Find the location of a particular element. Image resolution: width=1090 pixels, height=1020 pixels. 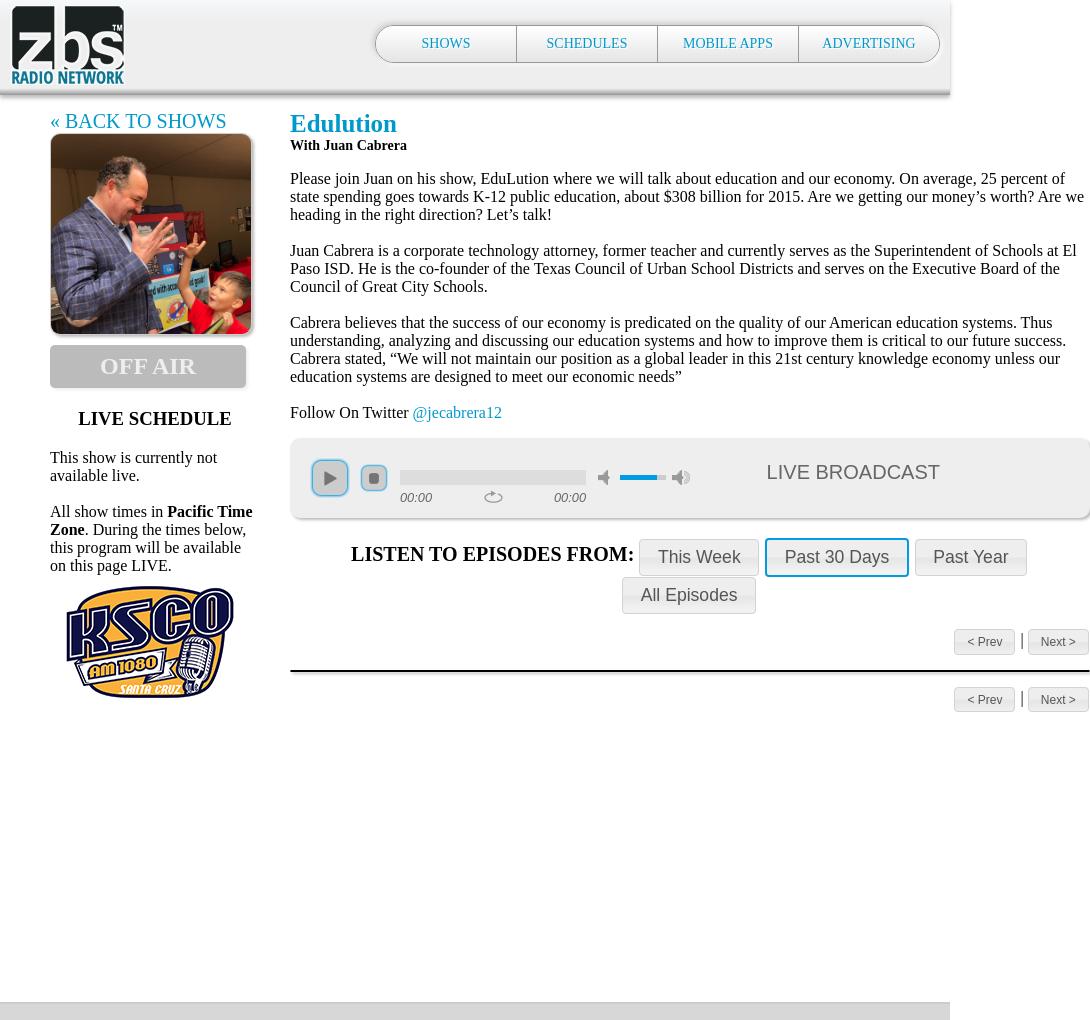

'Cabrera believes that the success of our economy is predicated on the quality of our American education systems. Thus understanding, analyzing and discussing our education systems and how to improve them is critical to our future success. Cabrera stated, “We will not maintain our position as a global leader in this 21st century knowledge economy unless our education systems are designed to meet our economic needs”' is located at coordinates (677, 348).